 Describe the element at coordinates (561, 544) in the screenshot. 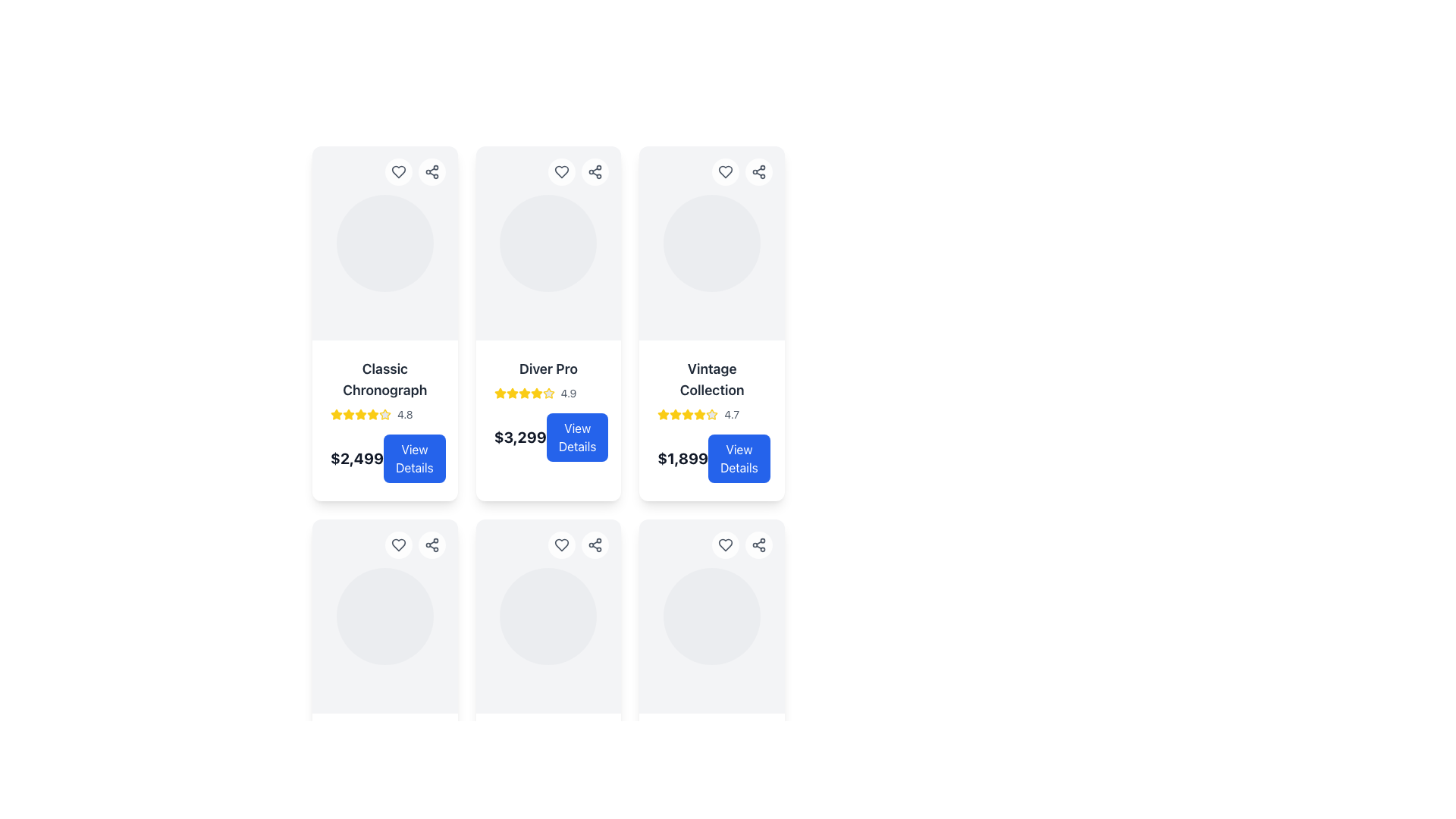

I see `the heart-shaped icon in the top-right corner of the middle card in the bottom row to mark the associated item as a favorite` at that location.